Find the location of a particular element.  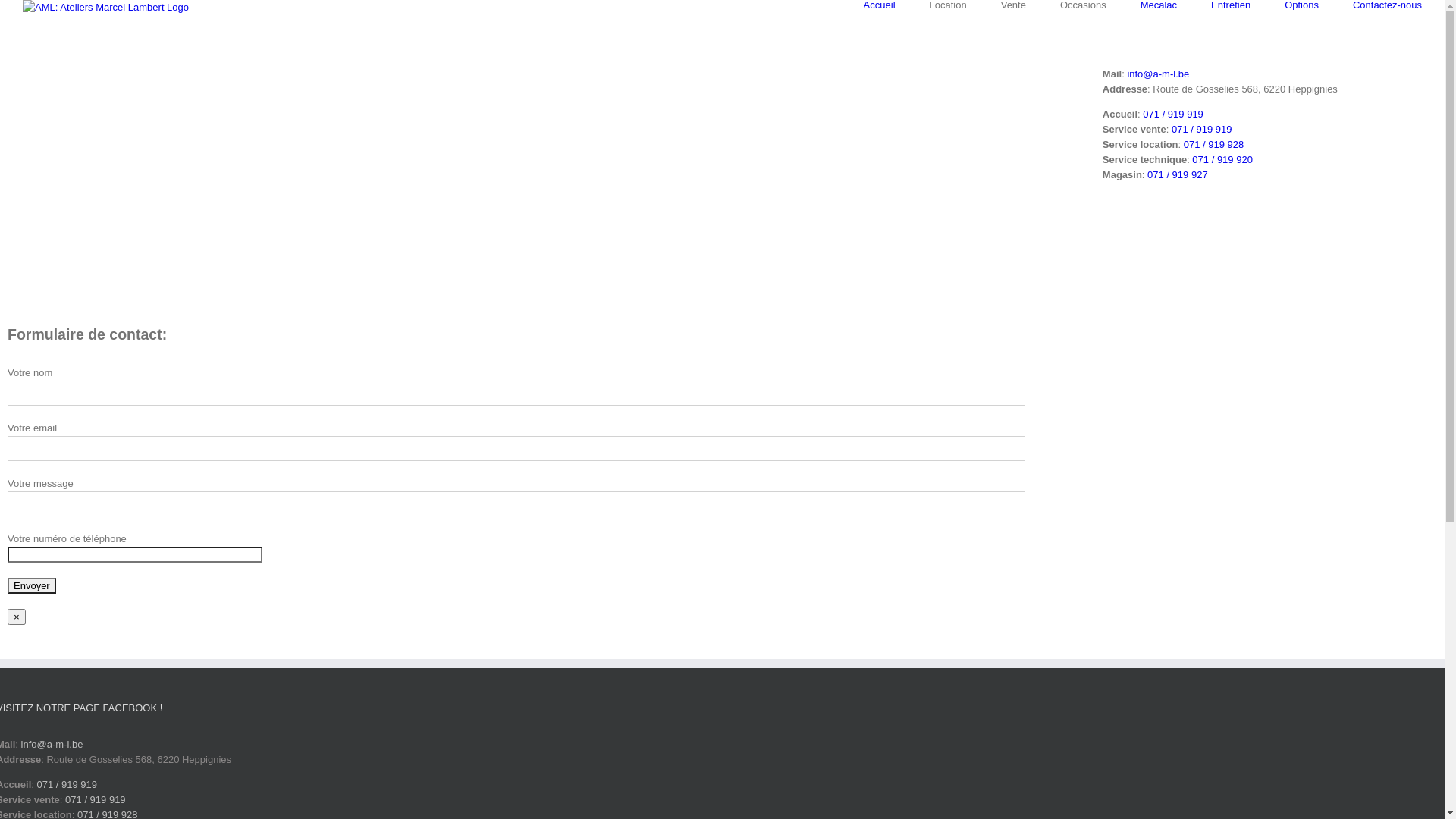

'Options' is located at coordinates (1301, 5).